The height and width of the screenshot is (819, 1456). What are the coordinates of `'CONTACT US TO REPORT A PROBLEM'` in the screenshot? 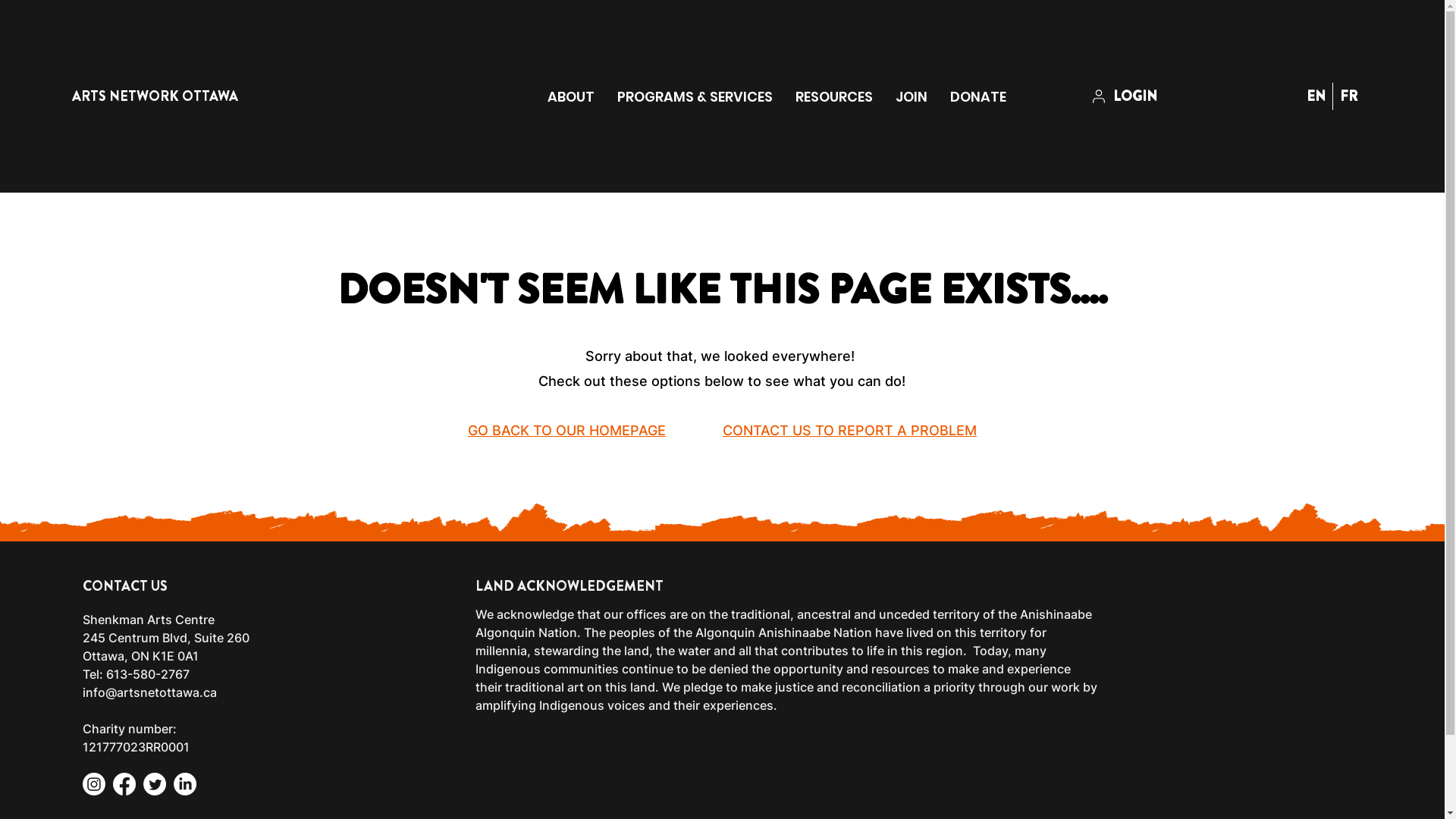 It's located at (849, 430).